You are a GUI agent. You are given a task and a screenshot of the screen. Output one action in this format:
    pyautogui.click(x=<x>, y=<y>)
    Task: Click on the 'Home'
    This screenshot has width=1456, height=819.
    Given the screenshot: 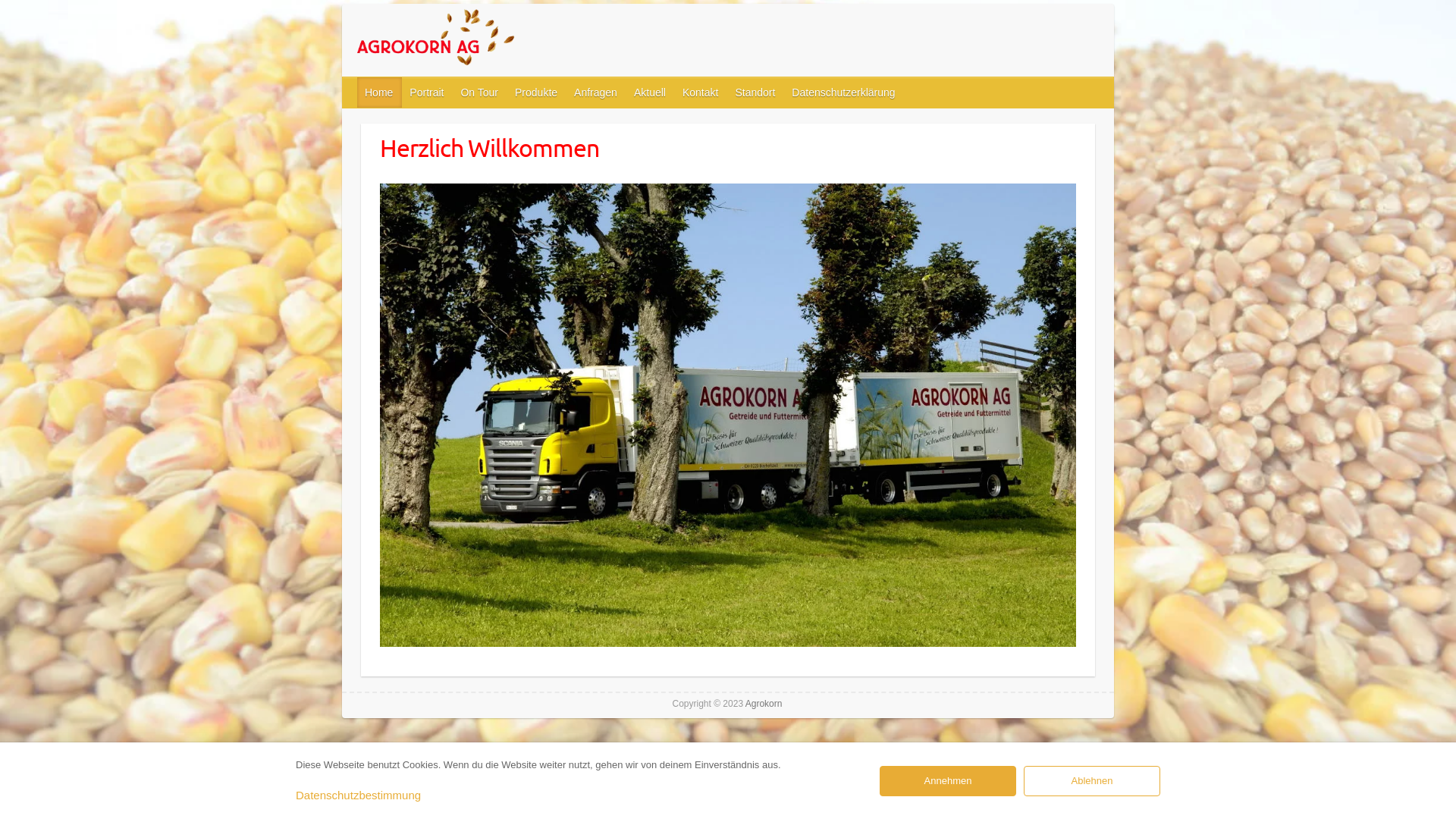 What is the action you would take?
    pyautogui.click(x=379, y=93)
    